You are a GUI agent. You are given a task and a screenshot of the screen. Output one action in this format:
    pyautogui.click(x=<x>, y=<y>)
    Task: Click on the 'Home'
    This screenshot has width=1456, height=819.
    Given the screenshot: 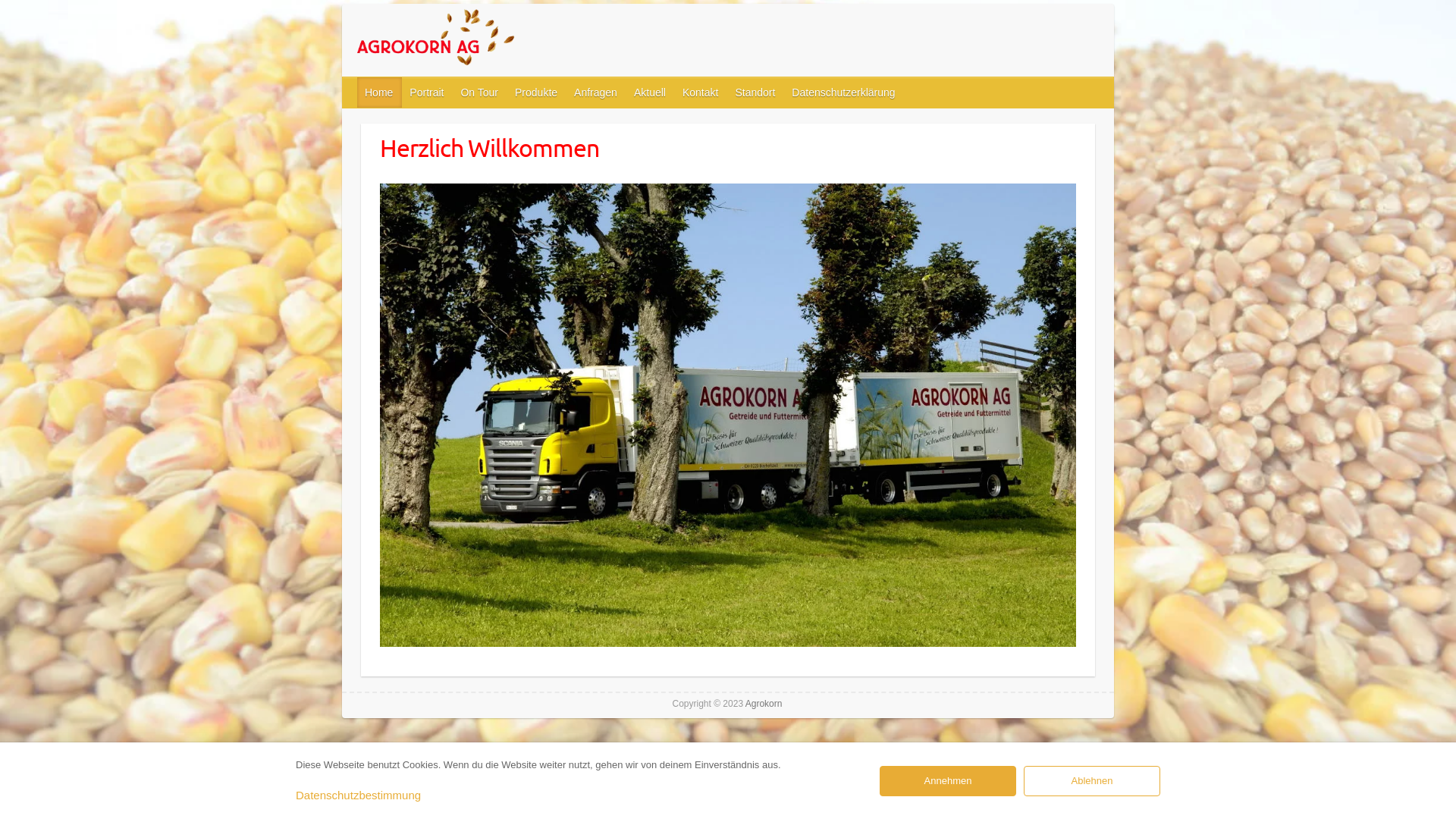 What is the action you would take?
    pyautogui.click(x=379, y=93)
    